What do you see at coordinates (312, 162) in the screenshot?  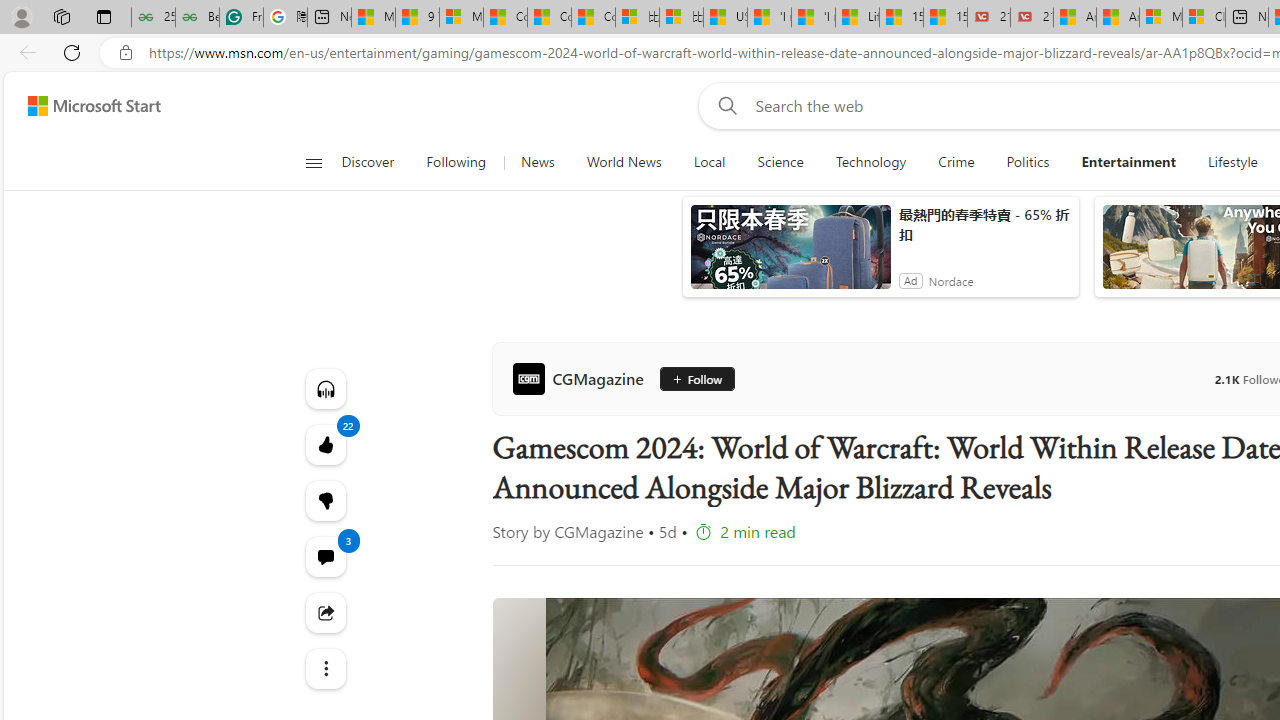 I see `'Class: button-glyph'` at bounding box center [312, 162].